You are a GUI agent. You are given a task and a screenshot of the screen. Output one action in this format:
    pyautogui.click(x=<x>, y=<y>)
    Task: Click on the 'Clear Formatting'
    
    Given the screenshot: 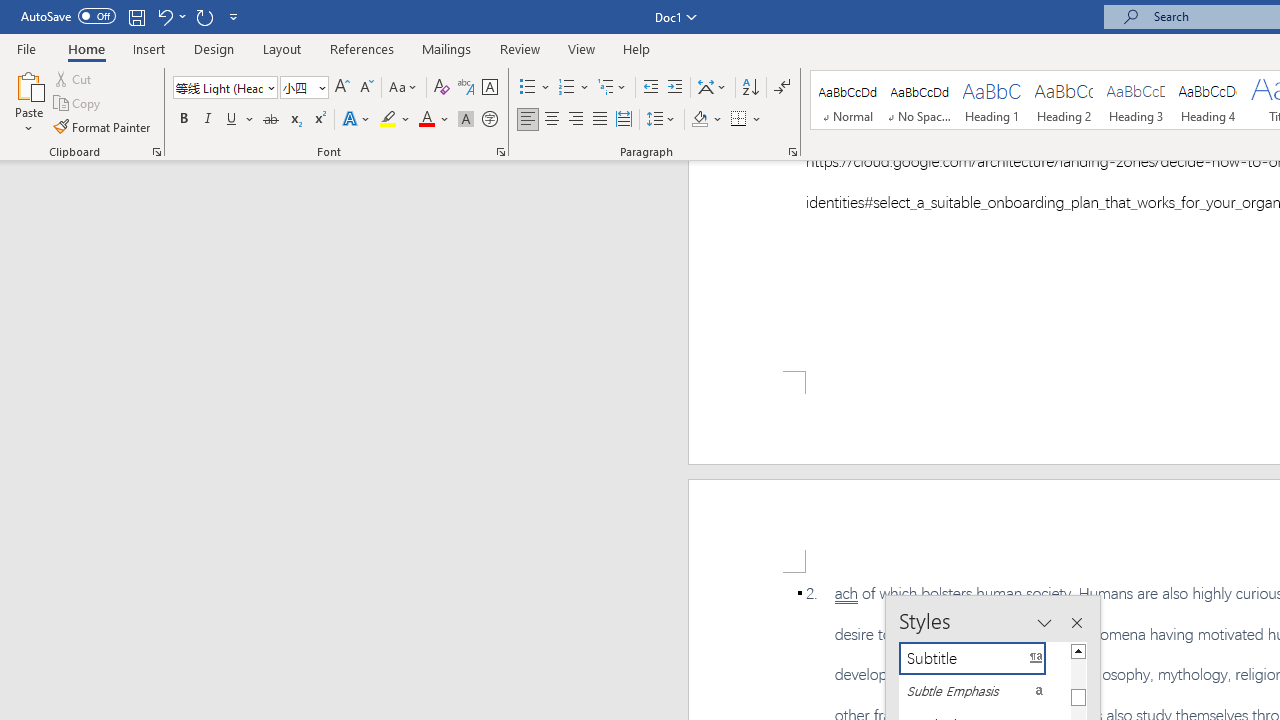 What is the action you would take?
    pyautogui.click(x=441, y=86)
    